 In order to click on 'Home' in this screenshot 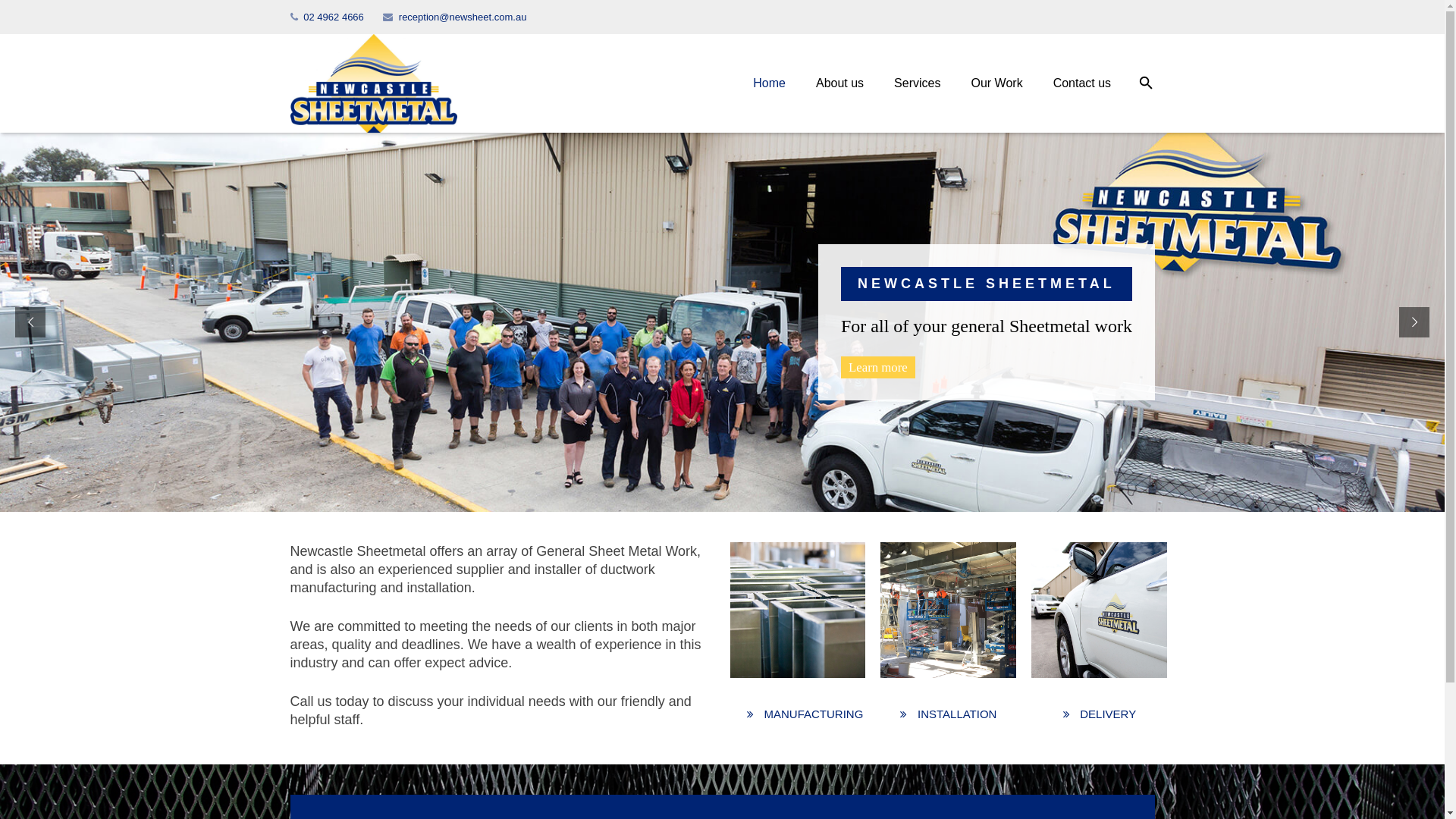, I will do `click(738, 83)`.